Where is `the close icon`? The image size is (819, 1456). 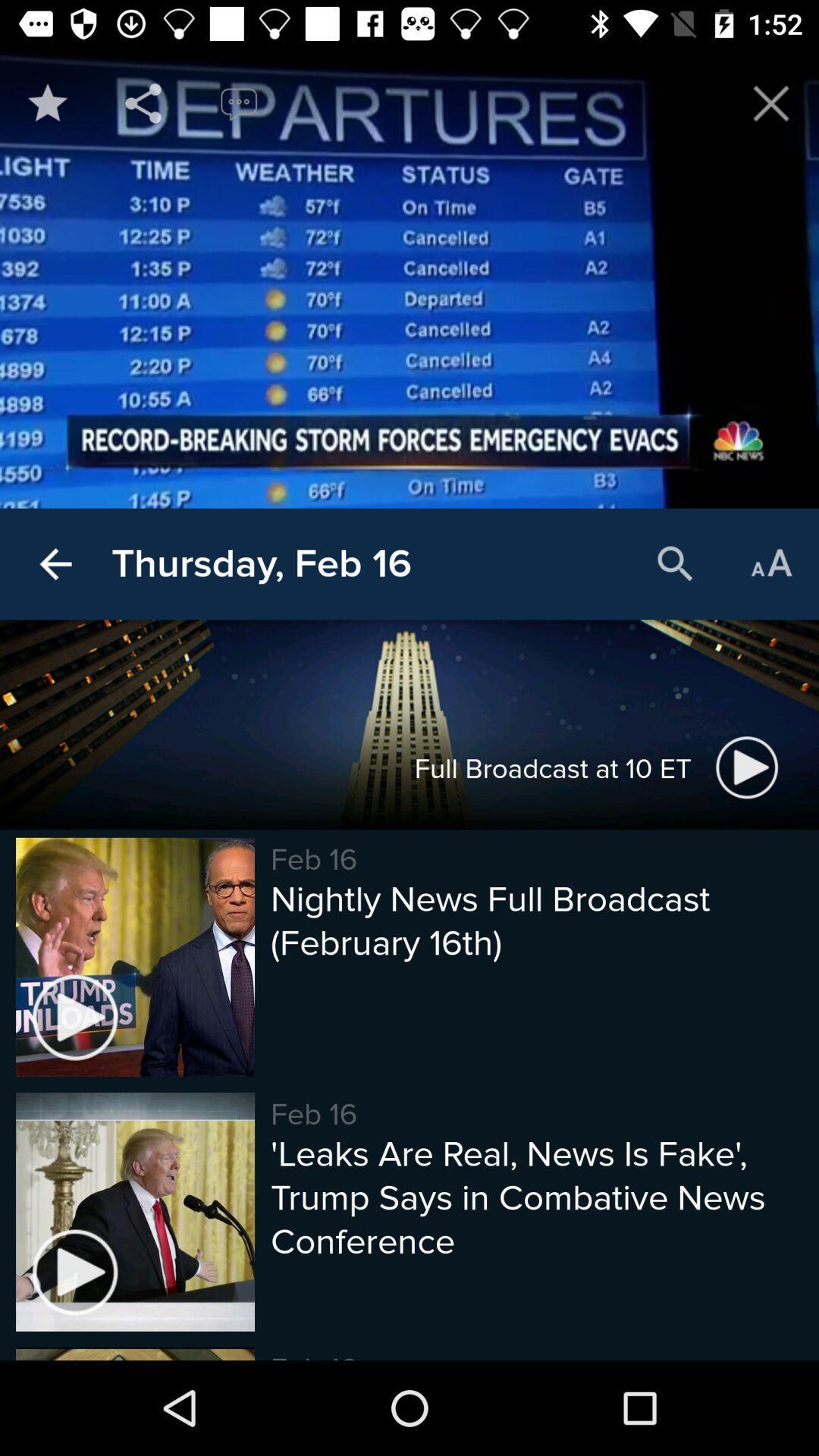
the close icon is located at coordinates (771, 102).